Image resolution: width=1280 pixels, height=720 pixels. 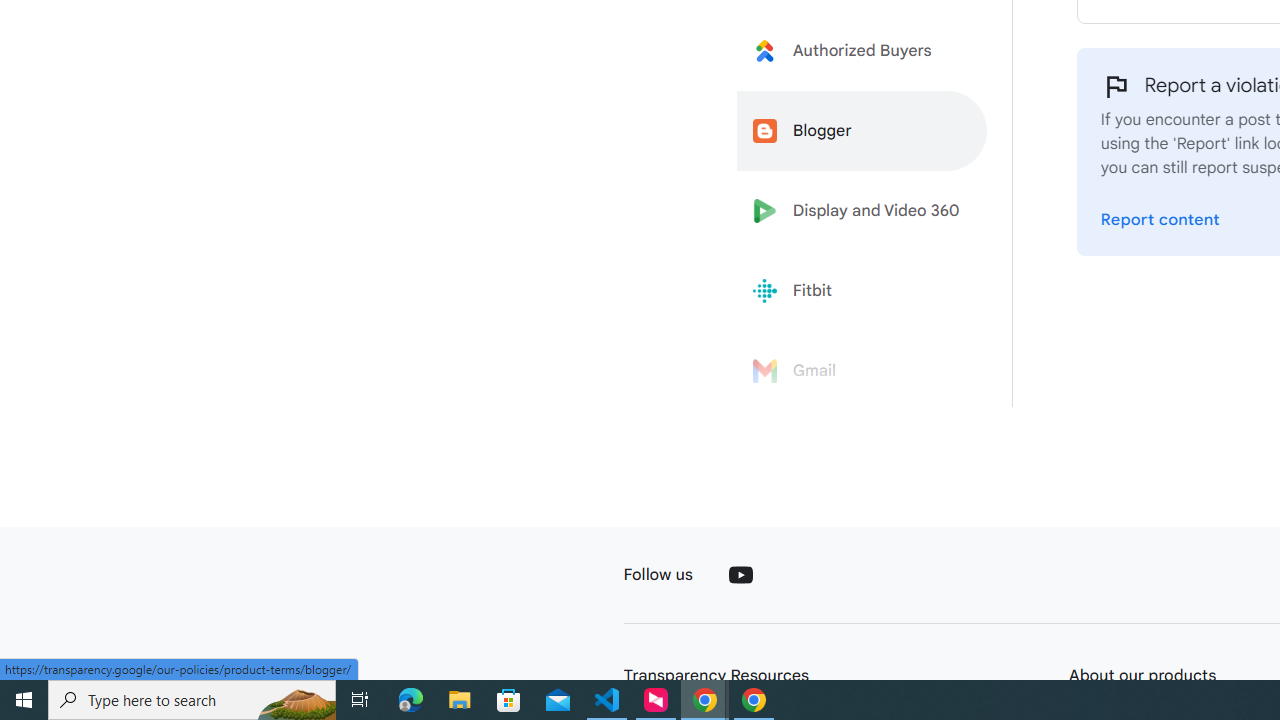 I want to click on 'YouTube', so click(x=739, y=574).